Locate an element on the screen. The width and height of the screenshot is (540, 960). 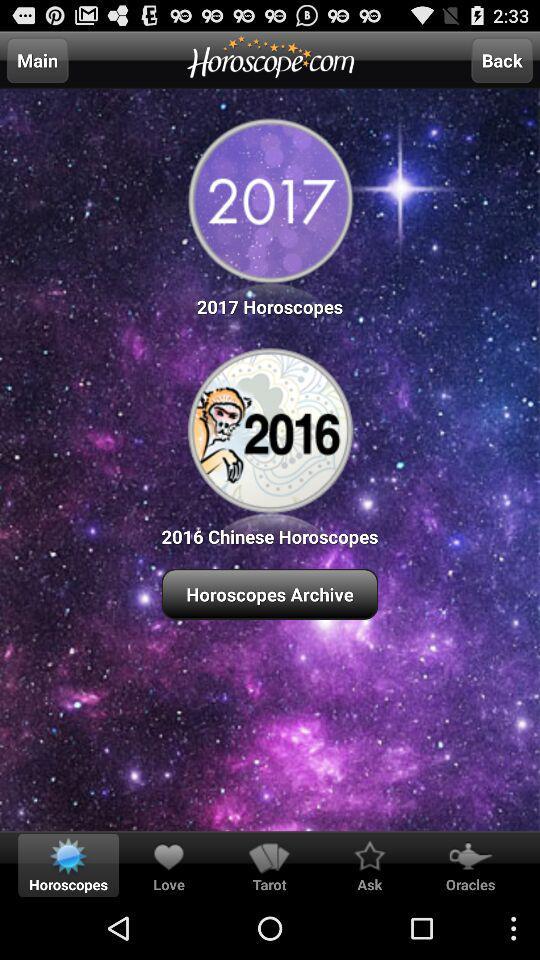
the button above the horoscopes archive item is located at coordinates (270, 444).